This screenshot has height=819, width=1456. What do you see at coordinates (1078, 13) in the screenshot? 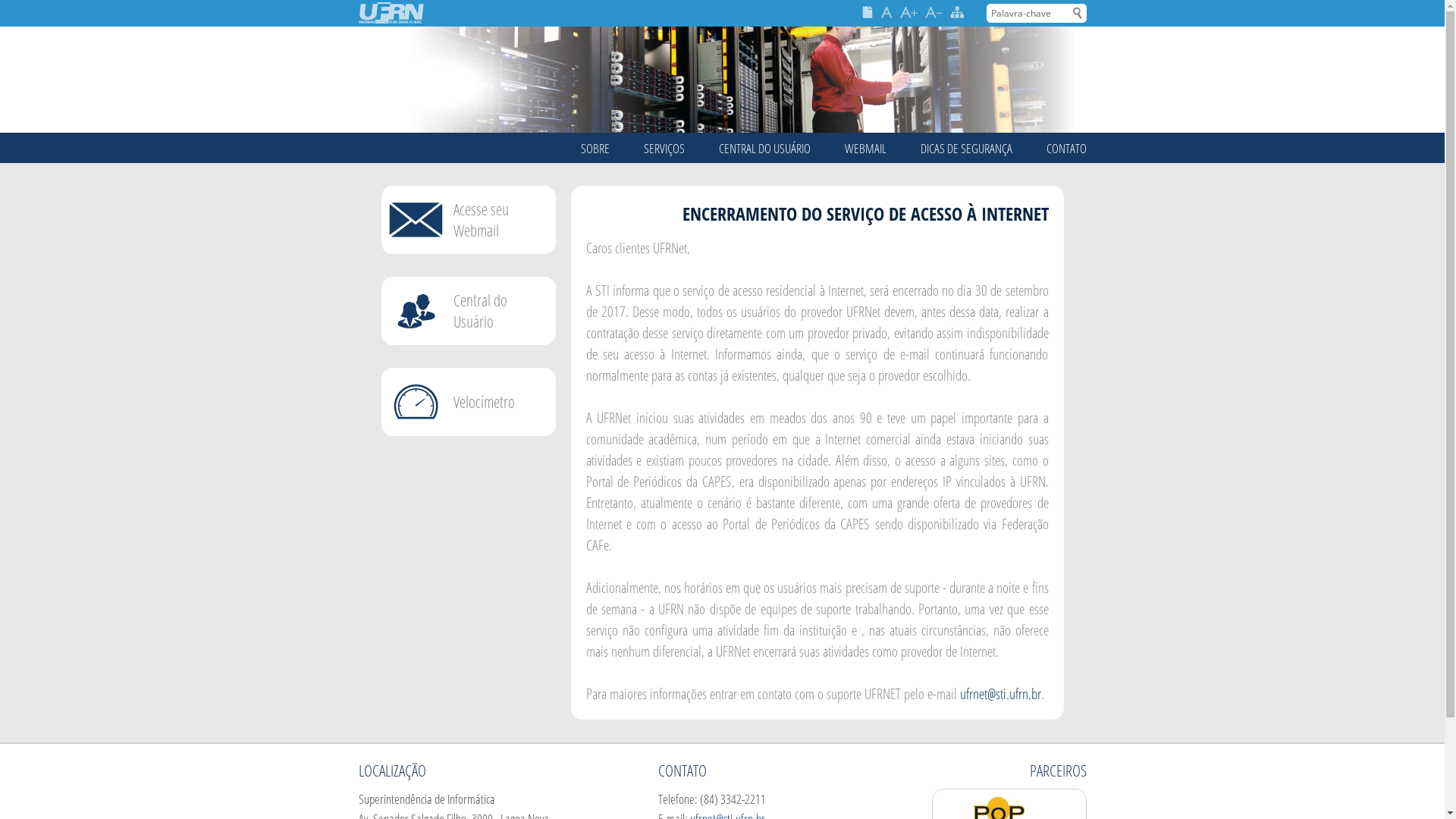
I see `'Buscar'` at bounding box center [1078, 13].